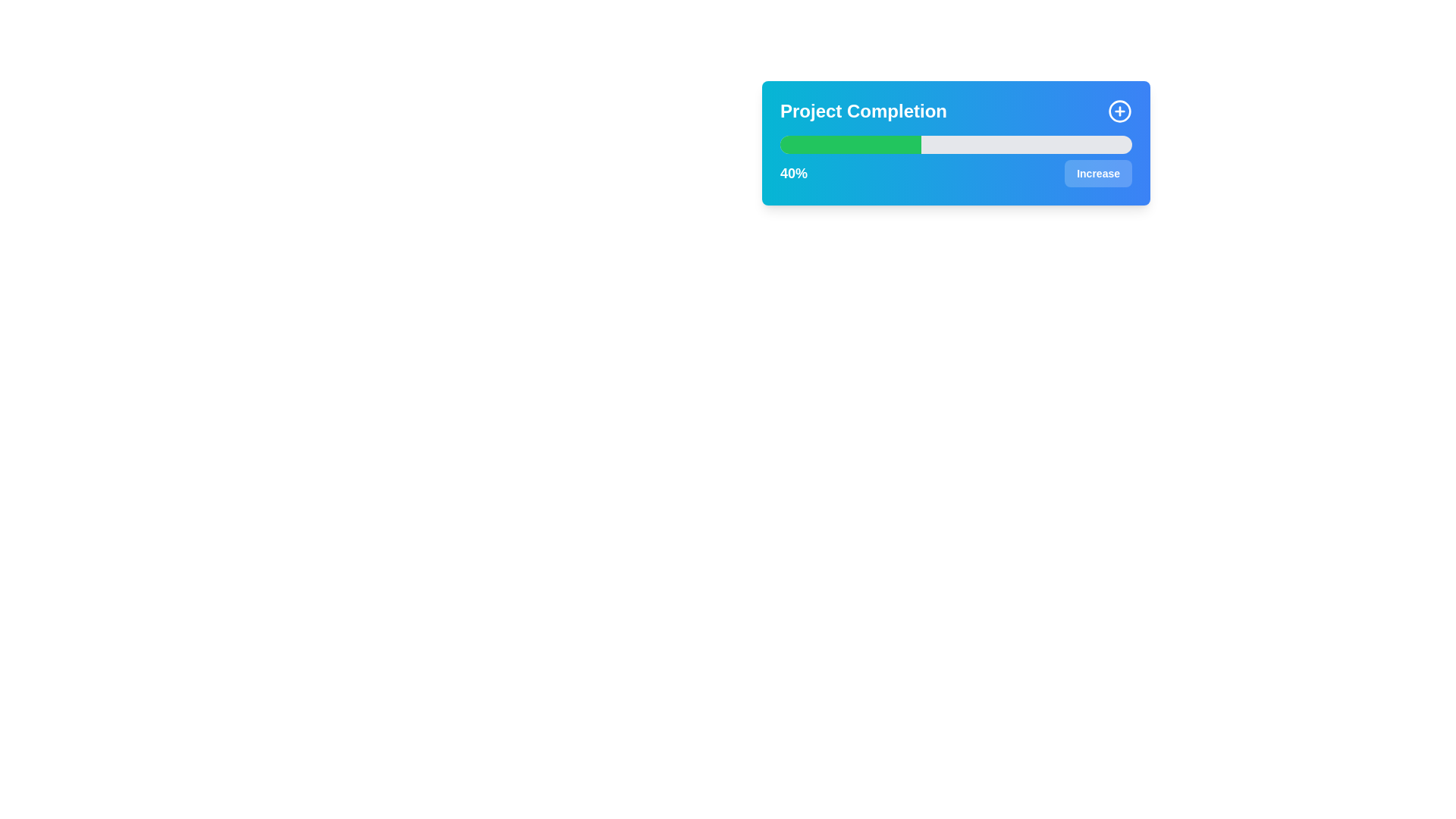 The height and width of the screenshot is (819, 1456). What do you see at coordinates (850, 145) in the screenshot?
I see `the green-filled progress bar segment representing 40% completion within the blue card layout labeled 'Project Completion'` at bounding box center [850, 145].